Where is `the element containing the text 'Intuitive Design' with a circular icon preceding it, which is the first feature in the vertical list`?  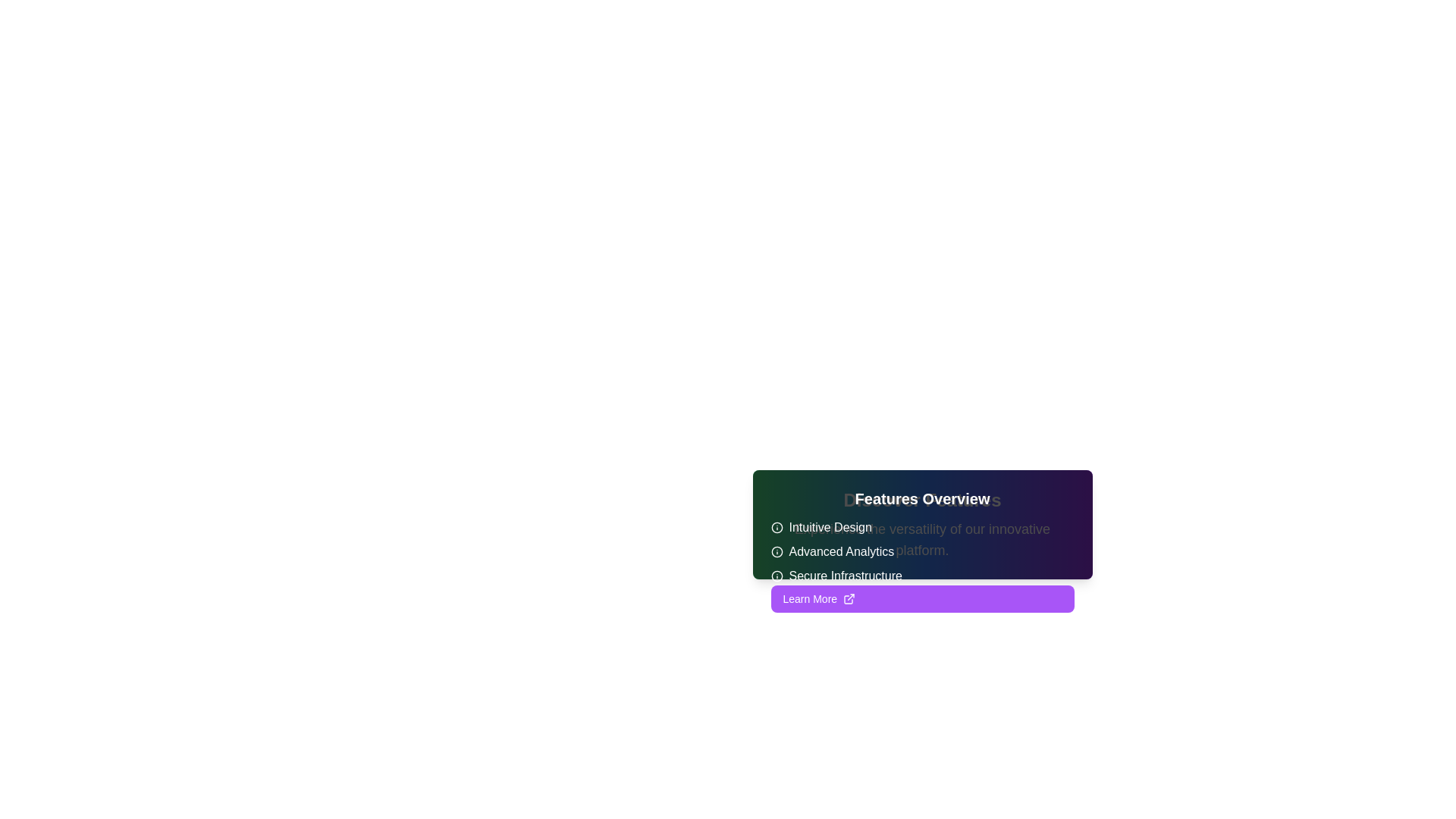
the element containing the text 'Intuitive Design' with a circular icon preceding it, which is the first feature in the vertical list is located at coordinates (921, 526).